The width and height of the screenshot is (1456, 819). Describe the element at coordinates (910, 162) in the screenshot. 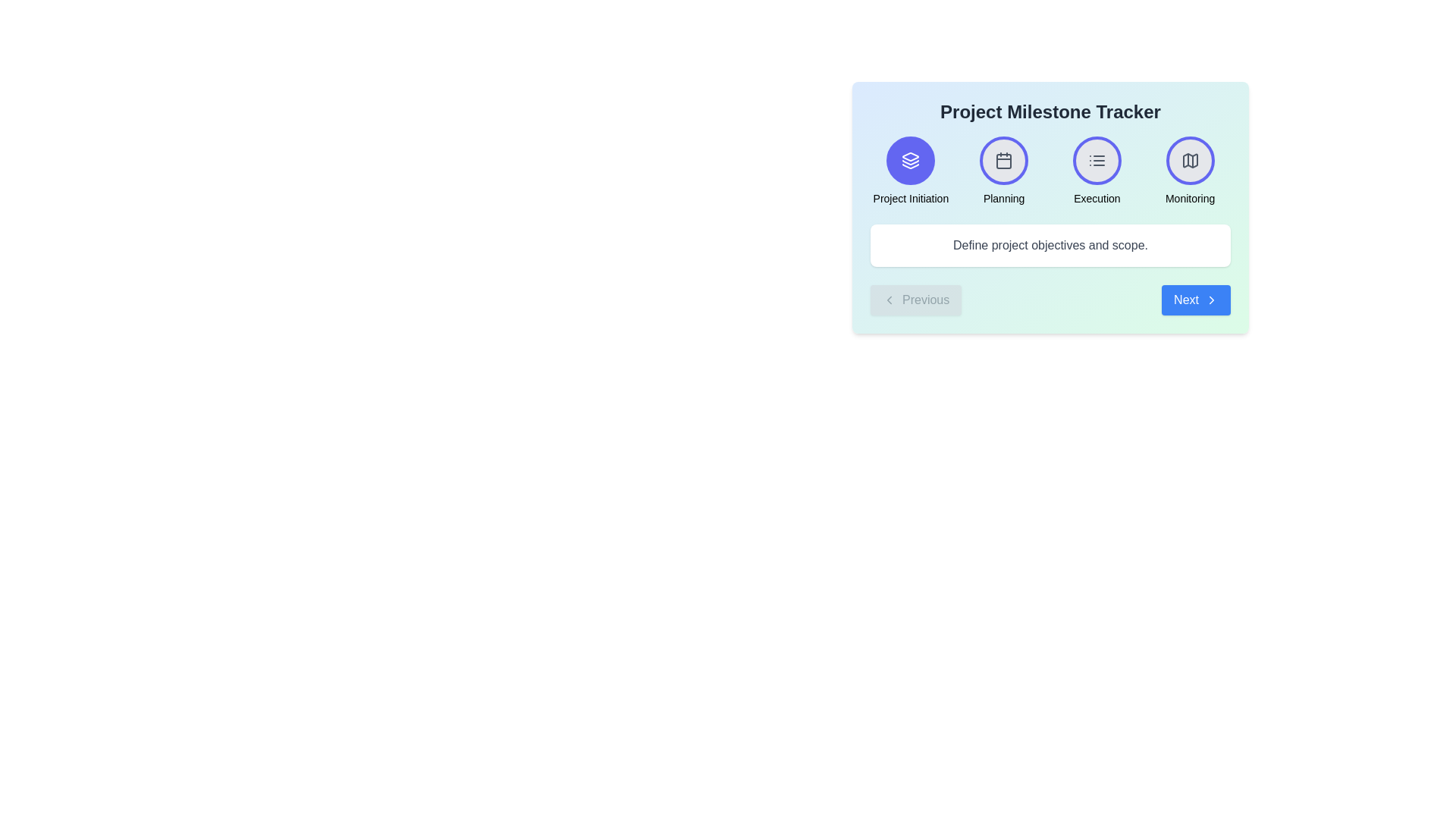

I see `the middle icon representing a layered structure` at that location.